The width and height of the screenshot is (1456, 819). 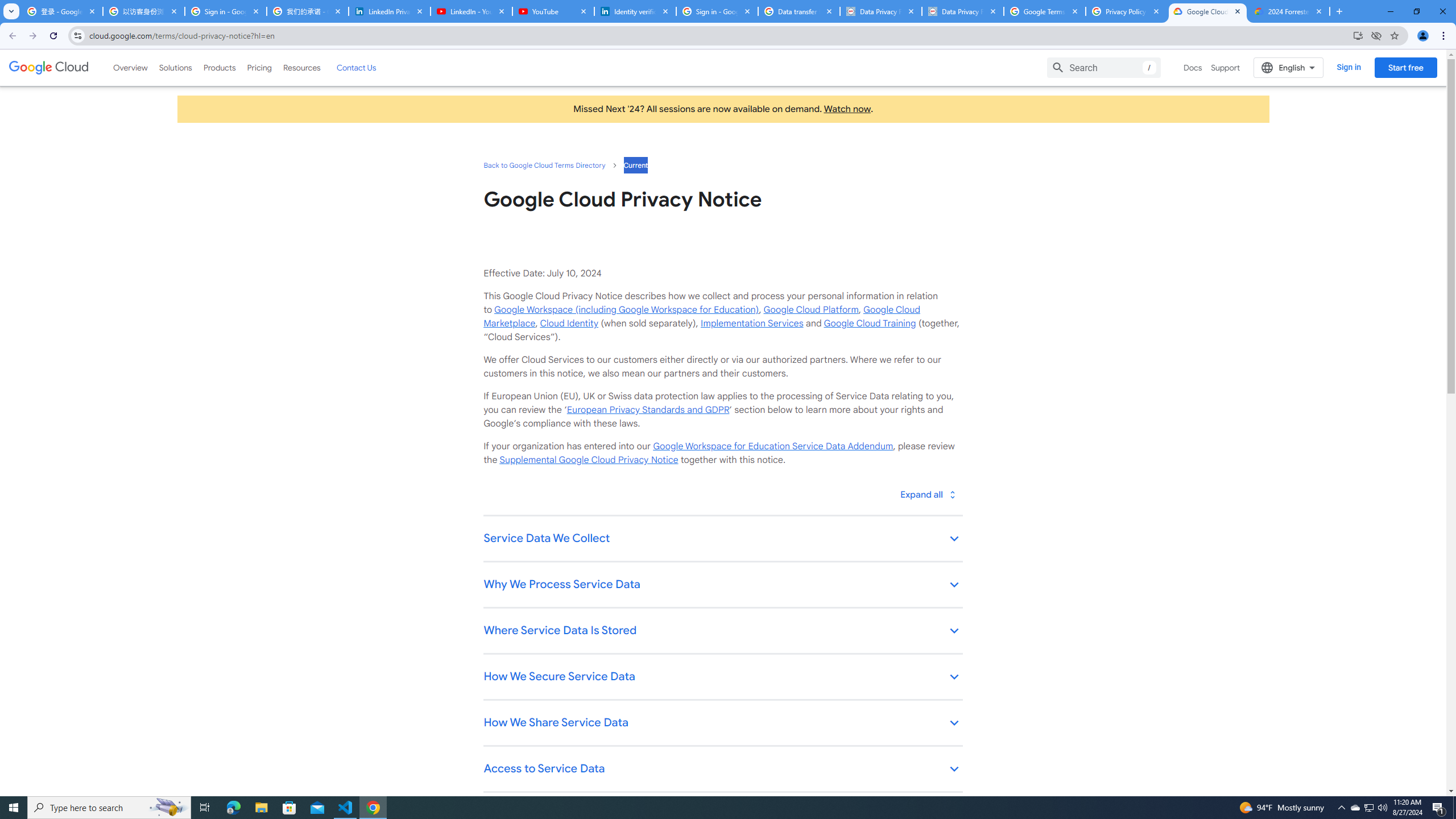 I want to click on 'LinkedIn - YouTube', so click(x=470, y=11).